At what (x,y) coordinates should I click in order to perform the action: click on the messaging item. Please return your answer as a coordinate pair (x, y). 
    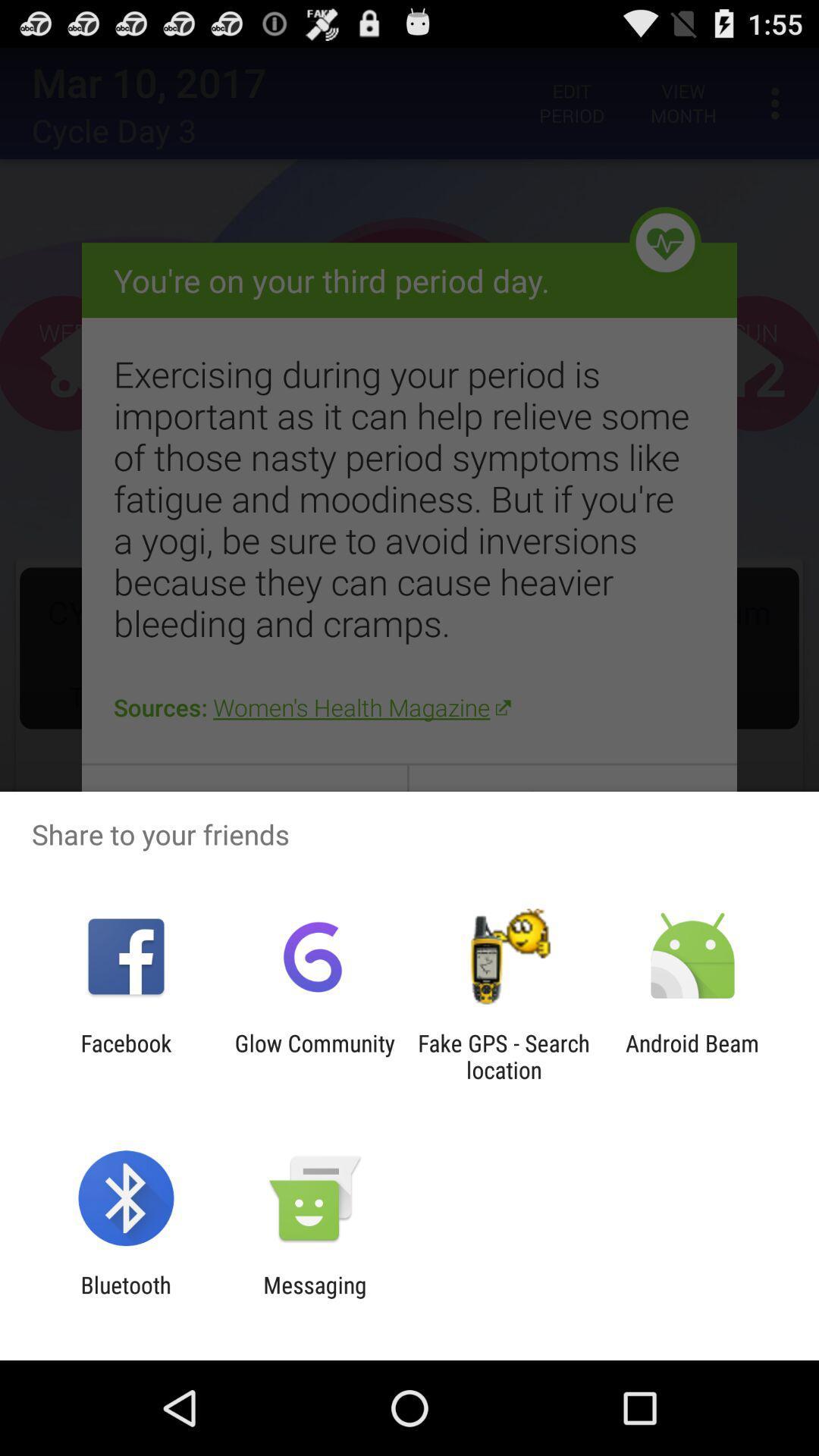
    Looking at the image, I should click on (314, 1298).